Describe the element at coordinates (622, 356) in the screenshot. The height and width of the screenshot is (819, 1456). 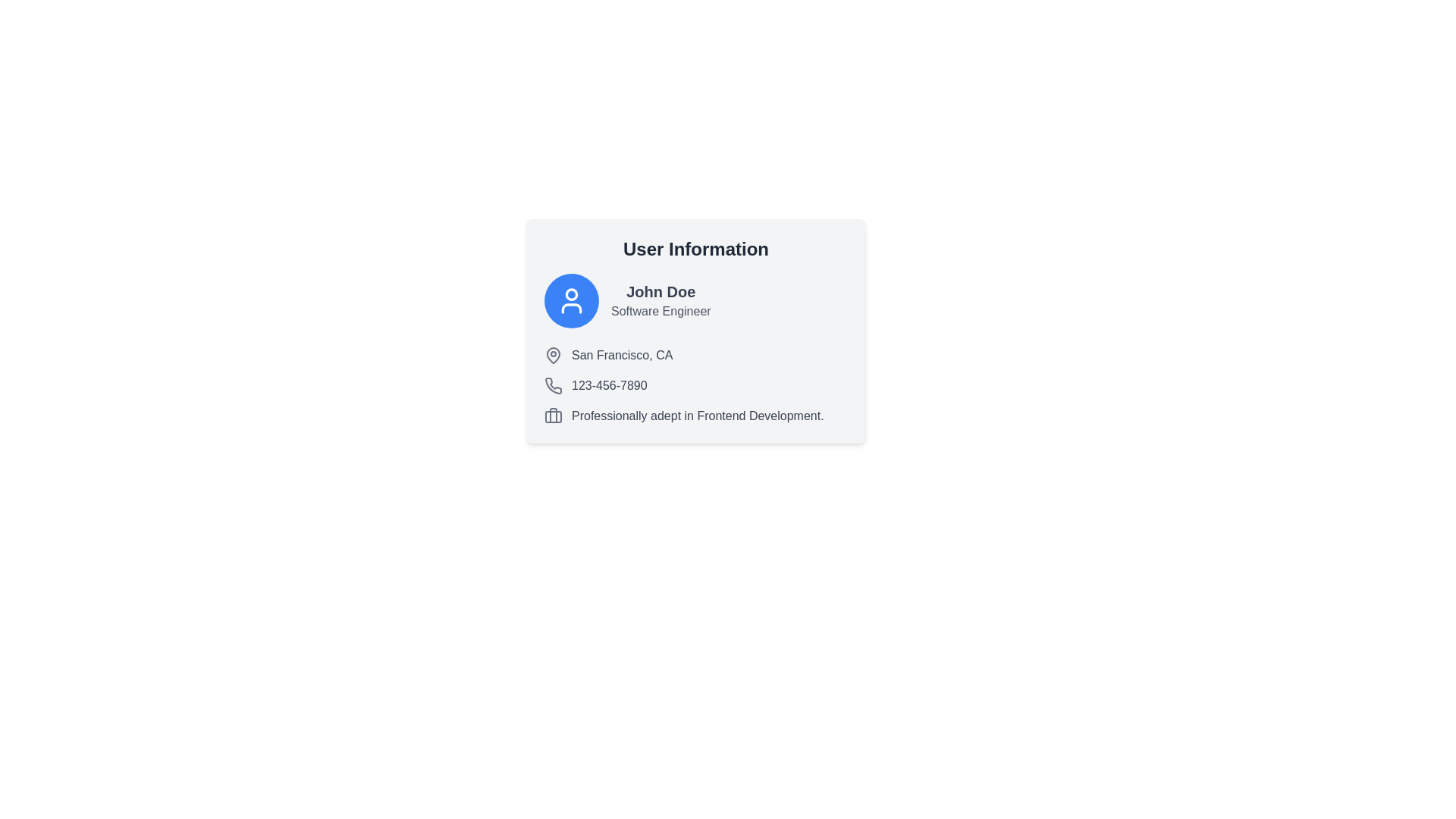
I see `text label that displays 'San Francisco, CA', which is styled in gray and positioned next to a map pin icon` at that location.